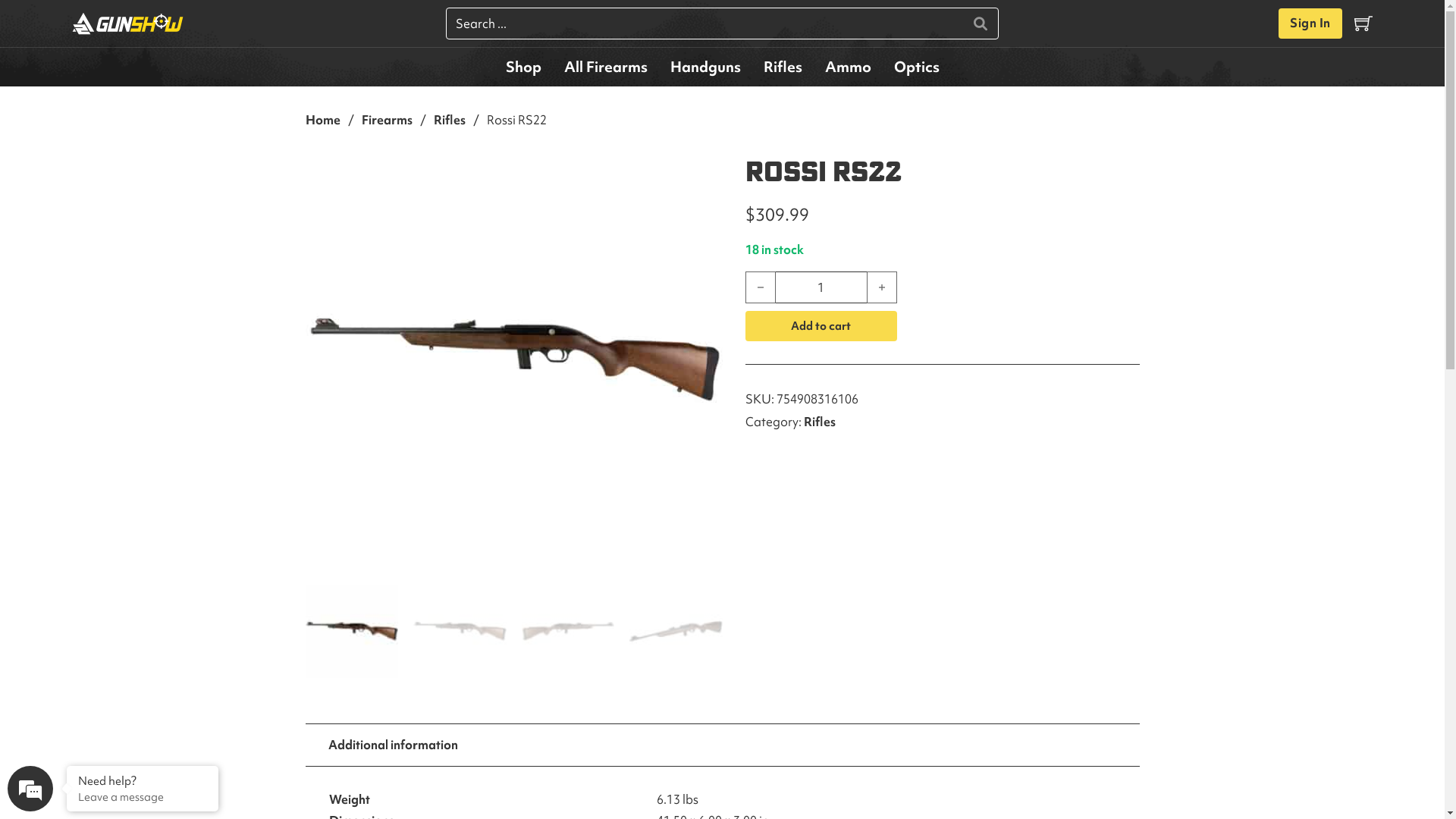  Describe the element at coordinates (783, 66) in the screenshot. I see `'Rifles'` at that location.